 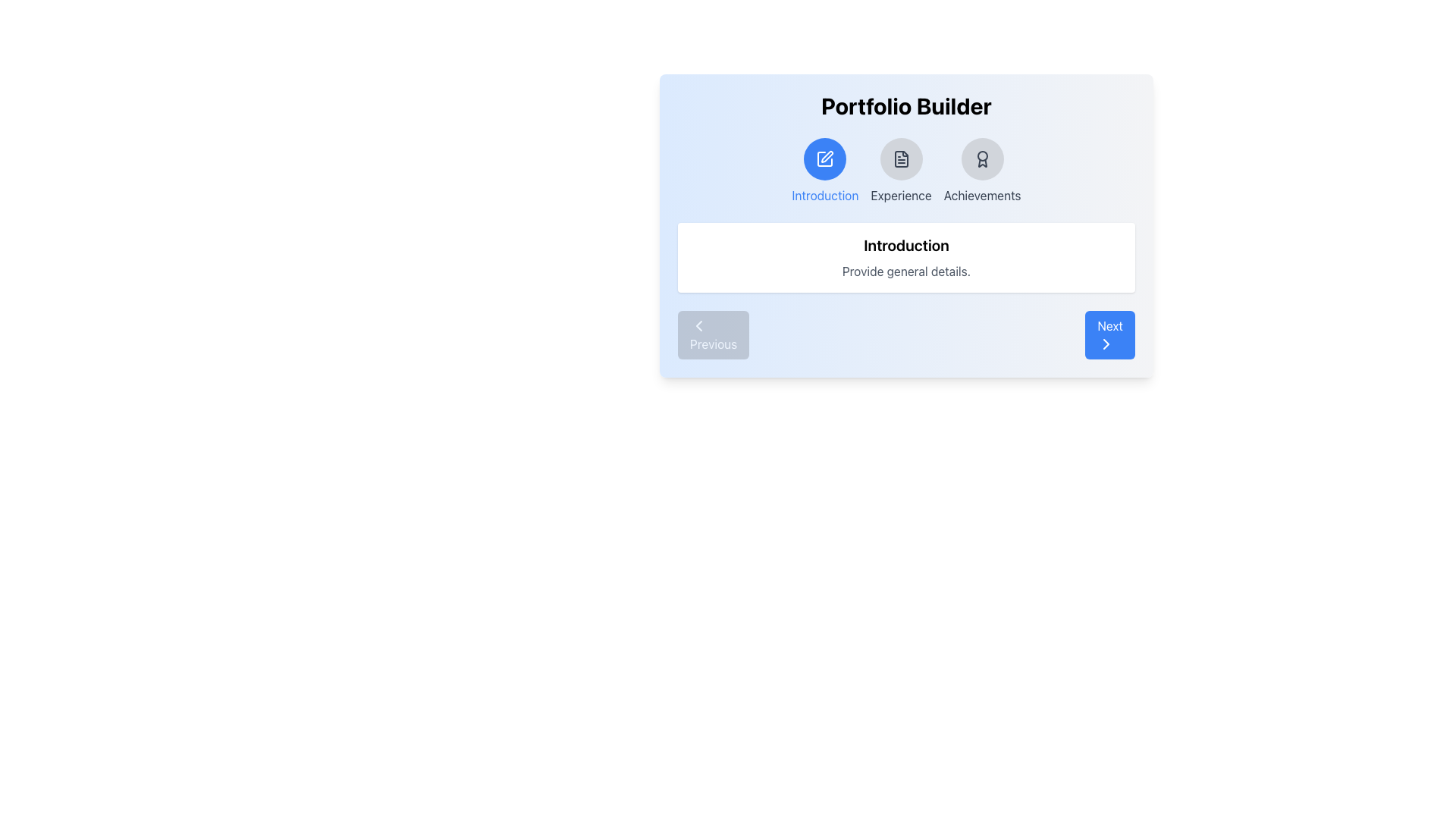 I want to click on the second circular button labeled 'Experience' located below the title 'Portfolio Builder', so click(x=901, y=158).